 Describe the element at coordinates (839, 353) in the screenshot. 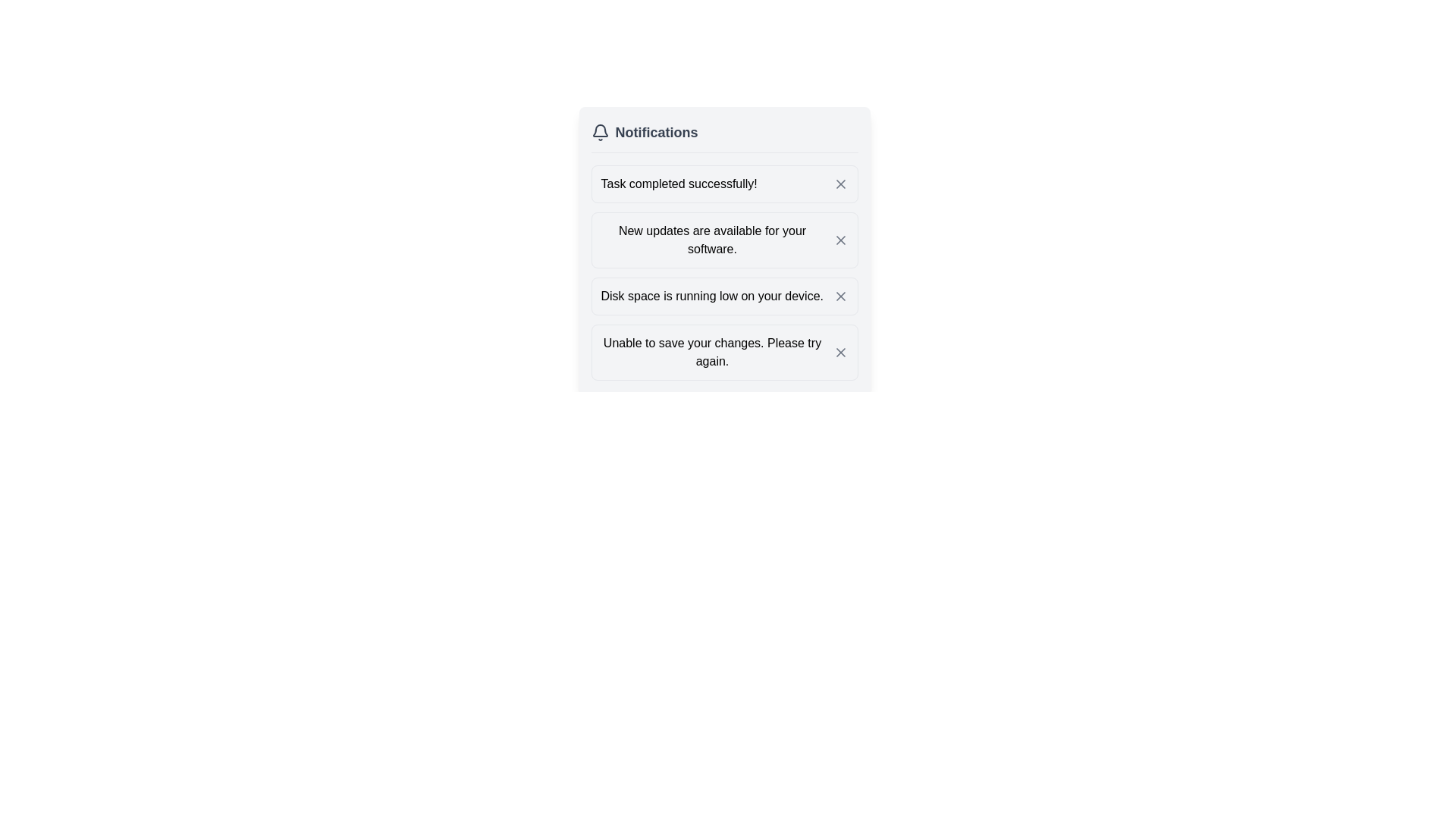

I see `the close button located to the far right of the notification displaying 'Unable` at that location.